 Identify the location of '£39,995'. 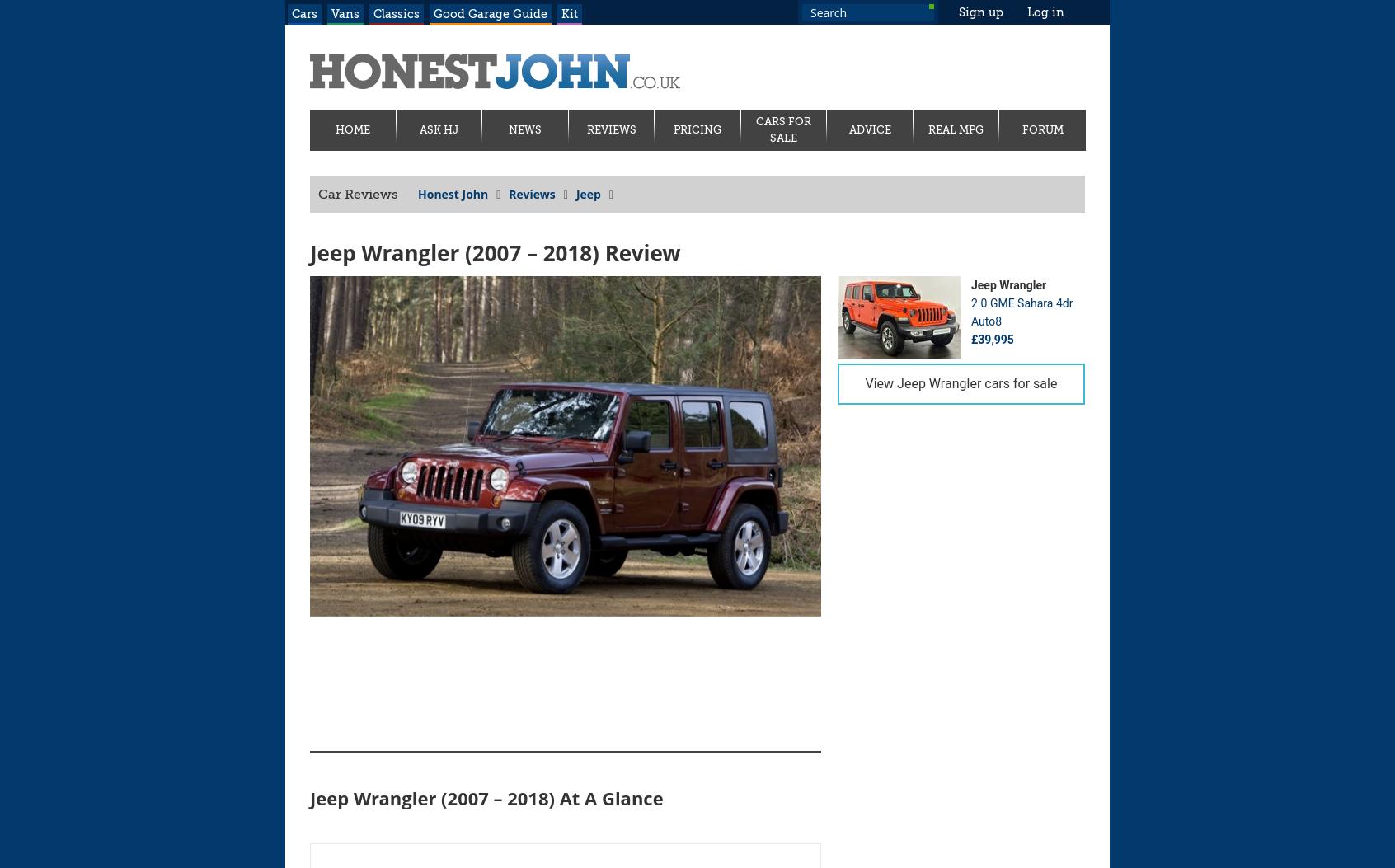
(992, 340).